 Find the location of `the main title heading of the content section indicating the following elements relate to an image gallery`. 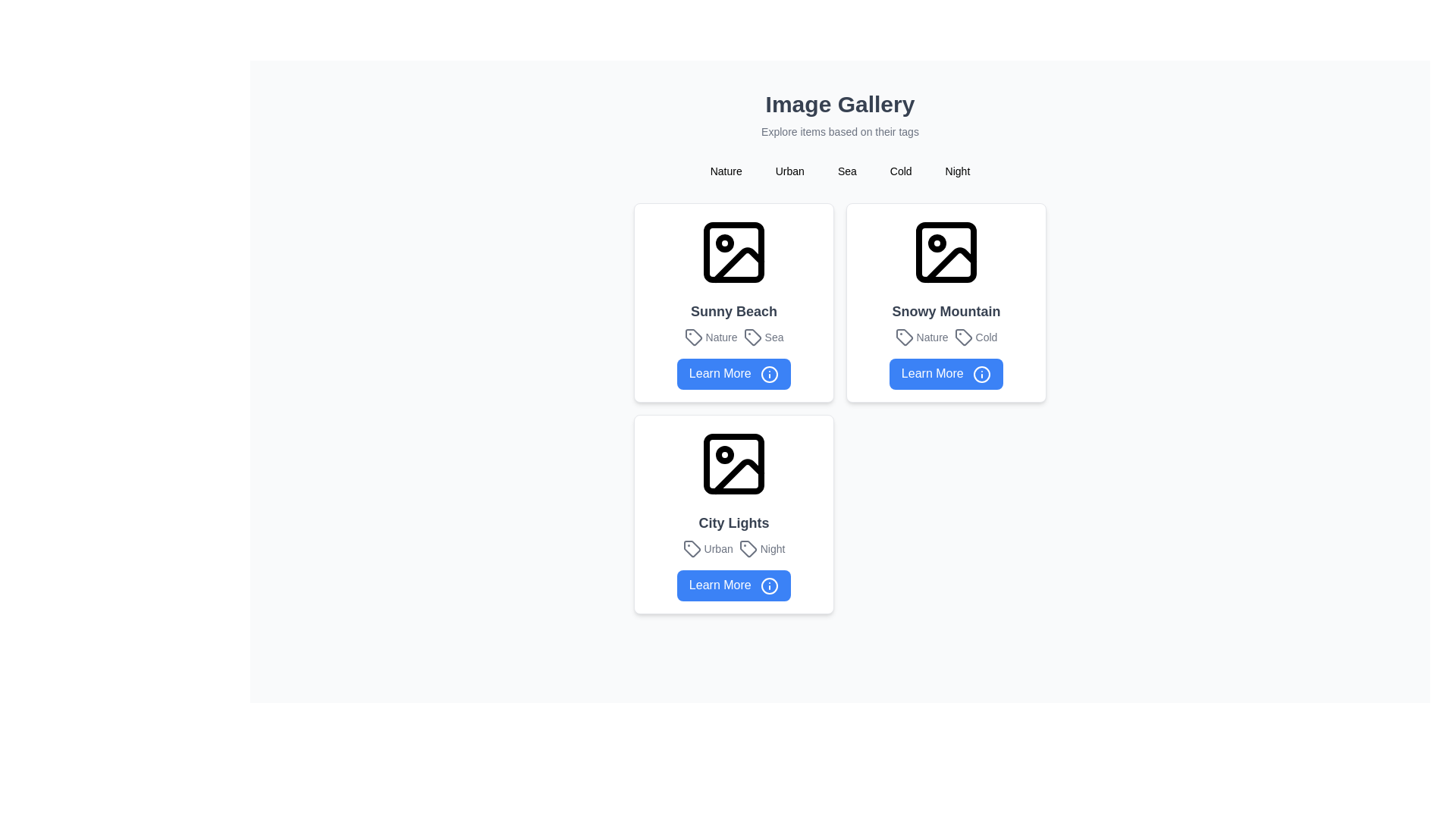

the main title heading of the content section indicating the following elements relate to an image gallery is located at coordinates (839, 104).